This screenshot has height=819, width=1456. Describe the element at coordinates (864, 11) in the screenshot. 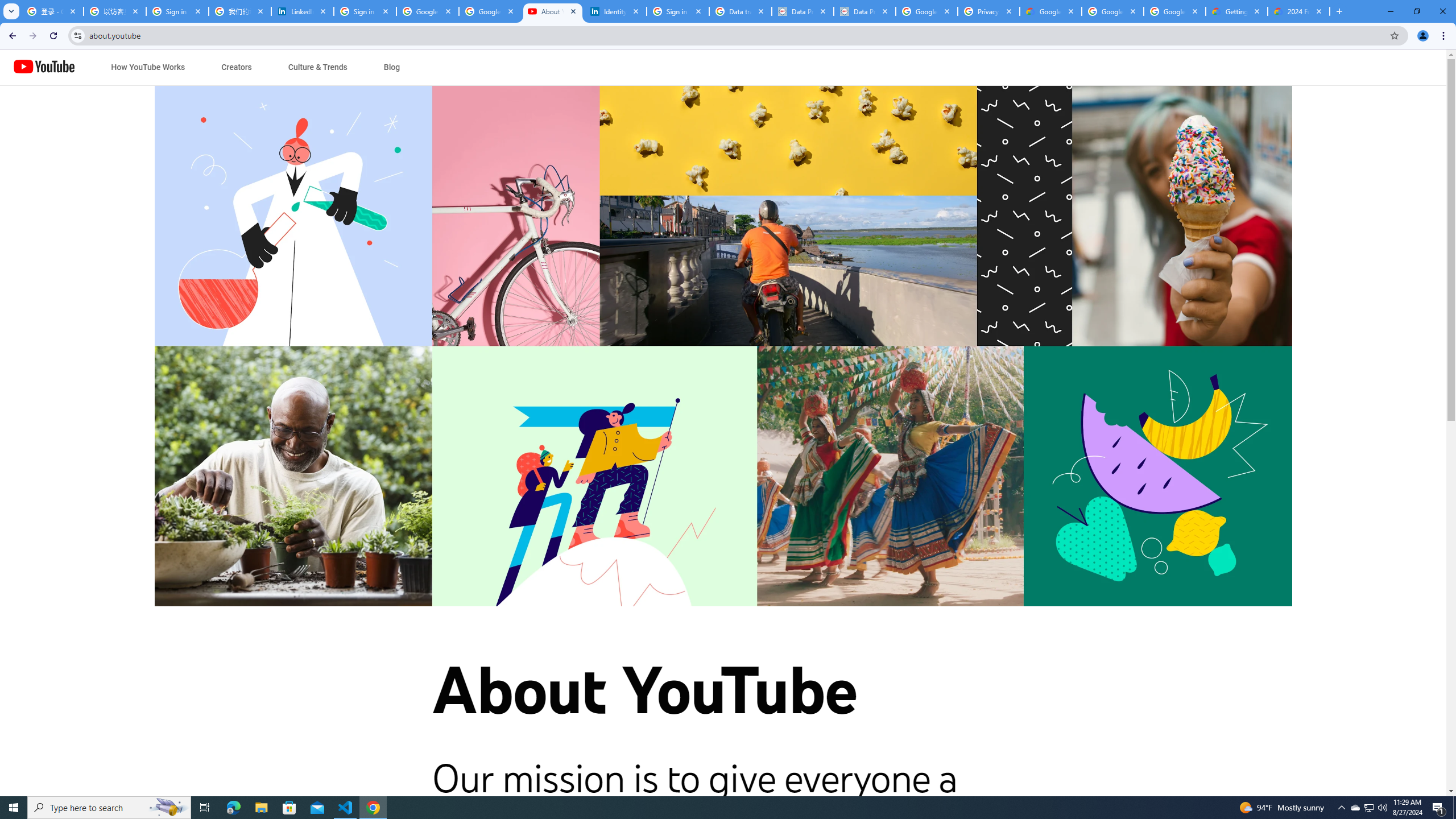

I see `'Data Privacy Framework'` at that location.